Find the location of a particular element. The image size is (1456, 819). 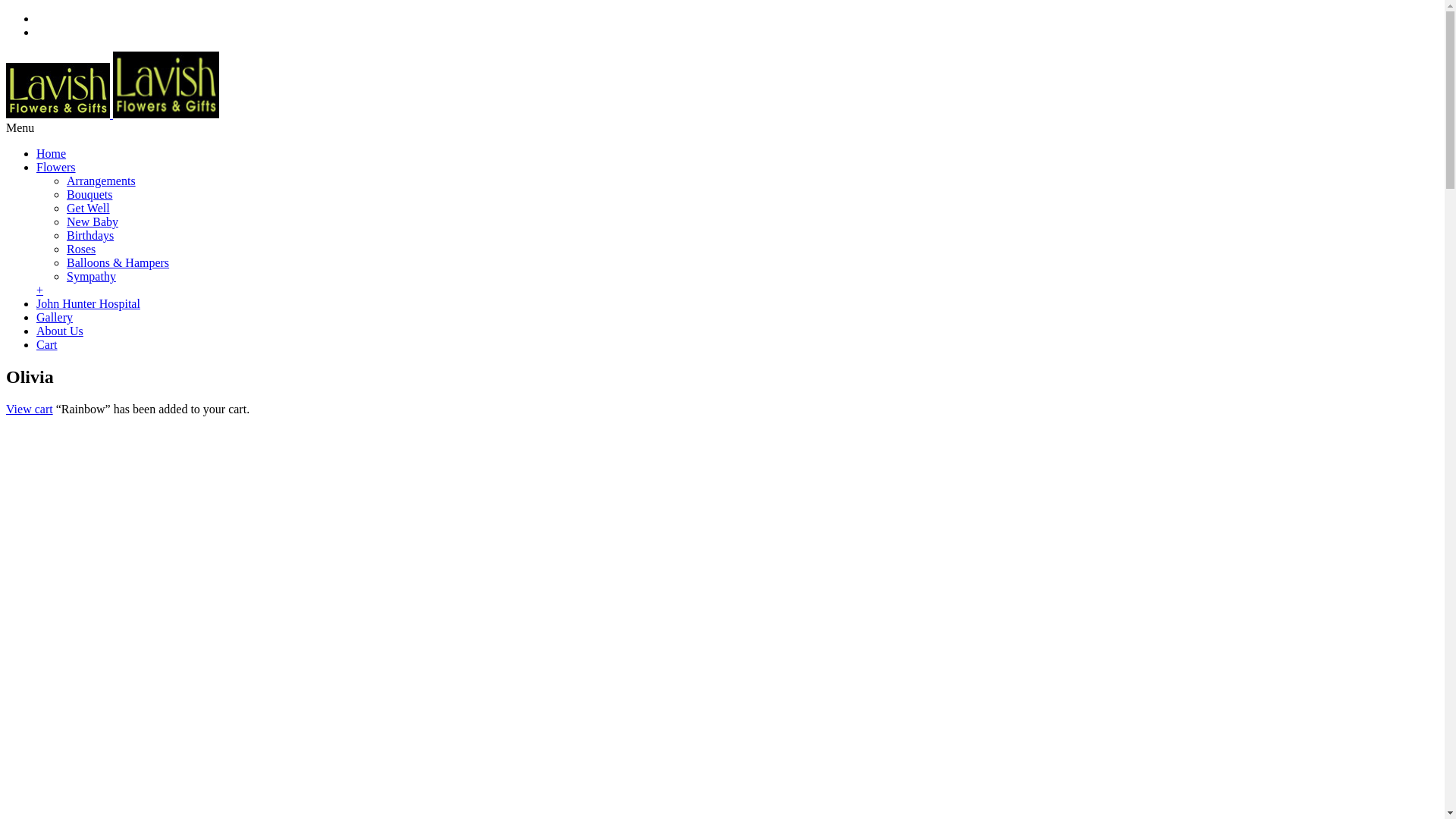

'Gallery' is located at coordinates (55, 316).